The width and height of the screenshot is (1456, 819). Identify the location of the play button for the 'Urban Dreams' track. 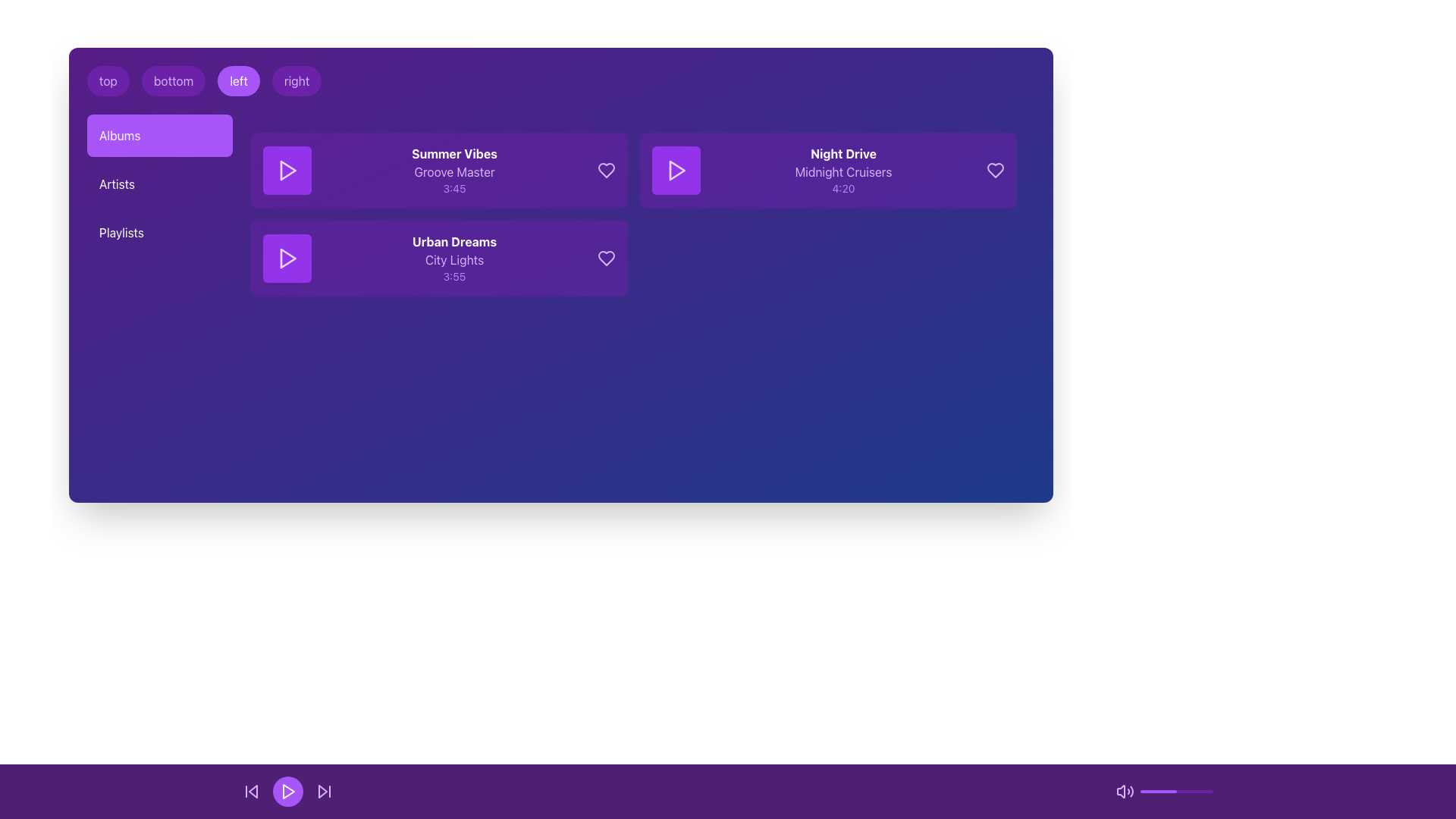
(287, 257).